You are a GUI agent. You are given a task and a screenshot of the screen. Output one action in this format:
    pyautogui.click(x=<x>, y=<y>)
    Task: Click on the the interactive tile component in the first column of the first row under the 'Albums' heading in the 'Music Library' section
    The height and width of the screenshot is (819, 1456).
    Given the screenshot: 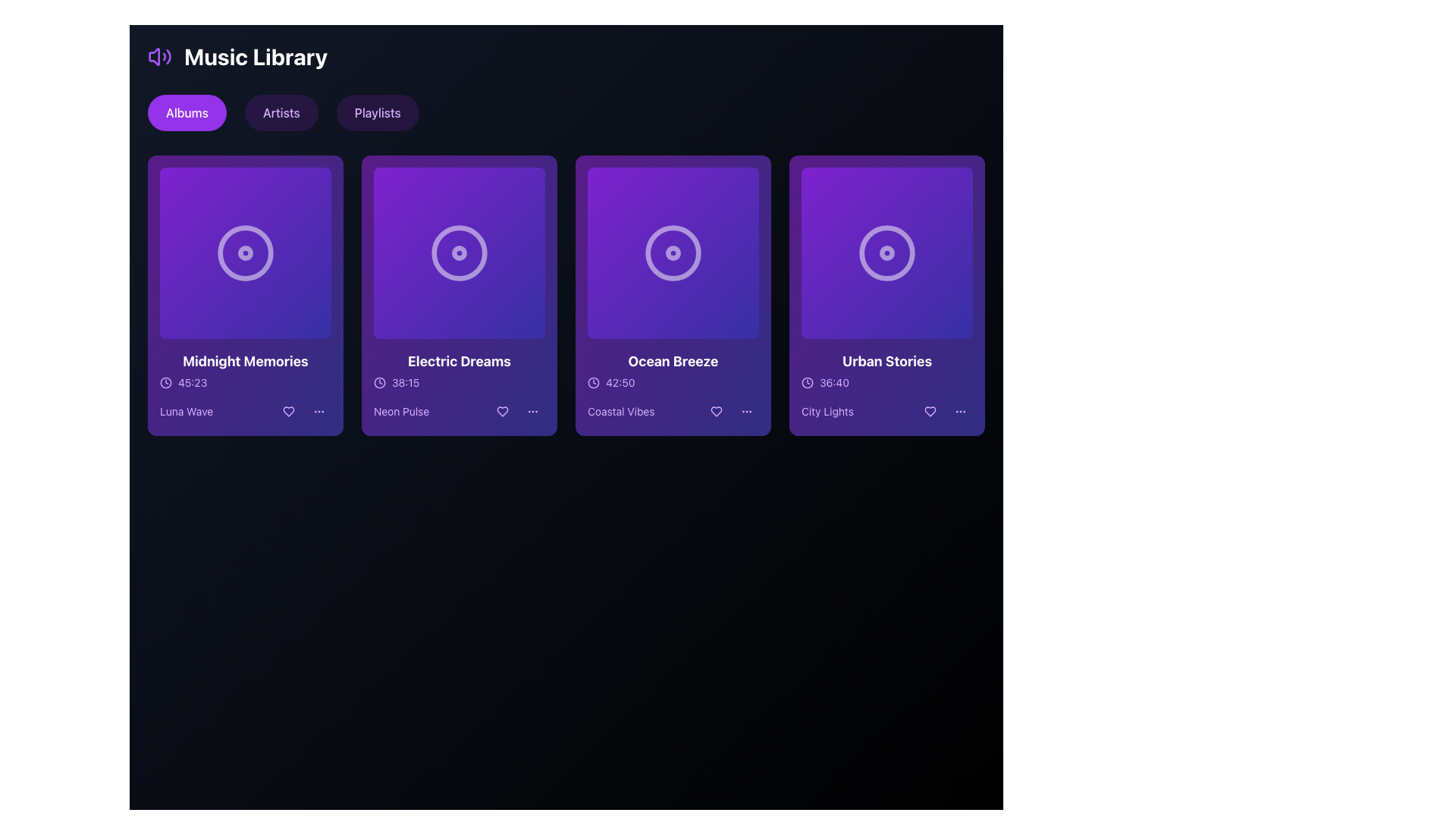 What is the action you would take?
    pyautogui.click(x=246, y=253)
    